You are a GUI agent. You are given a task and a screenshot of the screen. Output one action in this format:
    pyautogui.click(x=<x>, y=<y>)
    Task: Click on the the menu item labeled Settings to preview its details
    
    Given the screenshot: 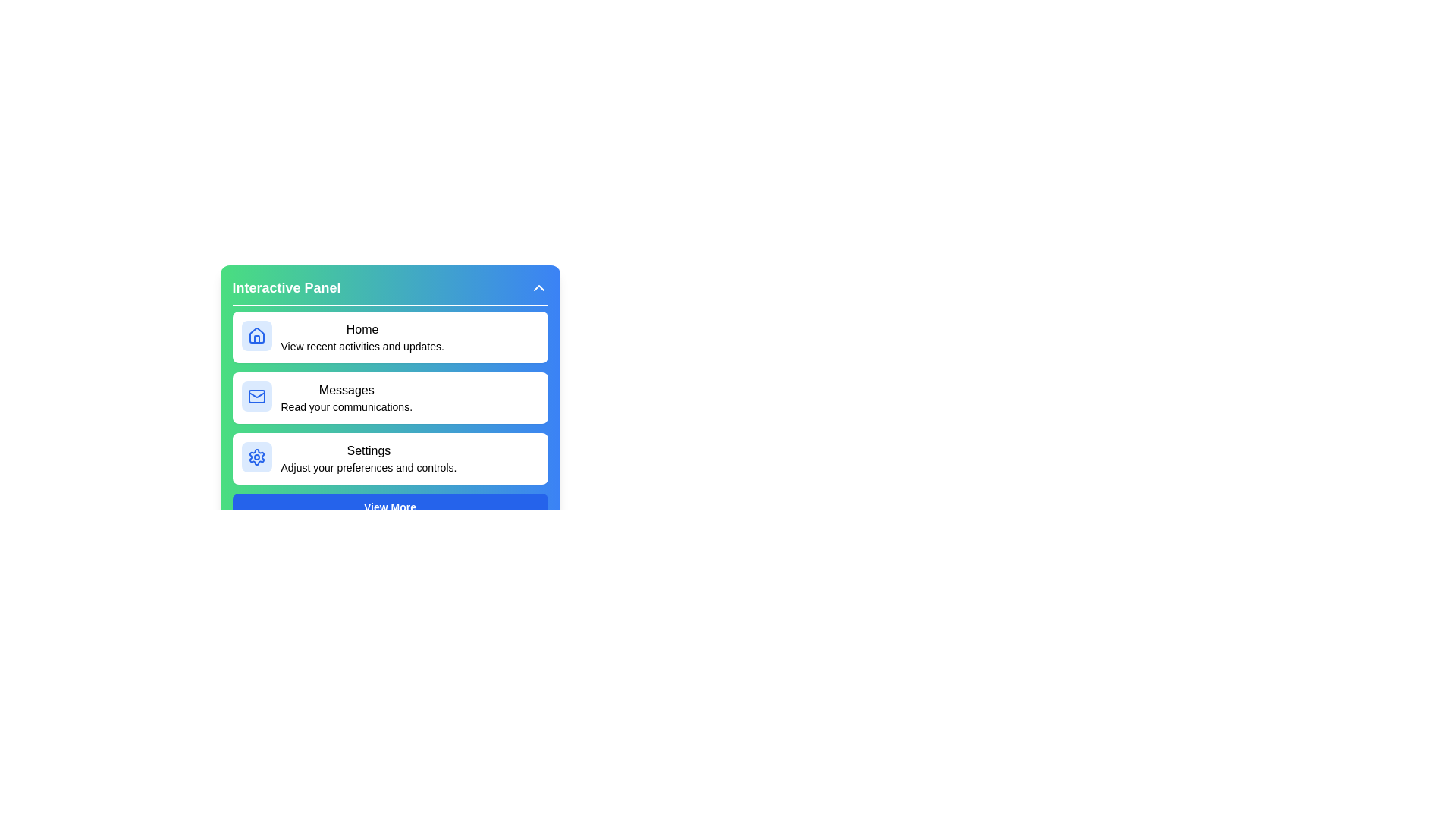 What is the action you would take?
    pyautogui.click(x=390, y=458)
    